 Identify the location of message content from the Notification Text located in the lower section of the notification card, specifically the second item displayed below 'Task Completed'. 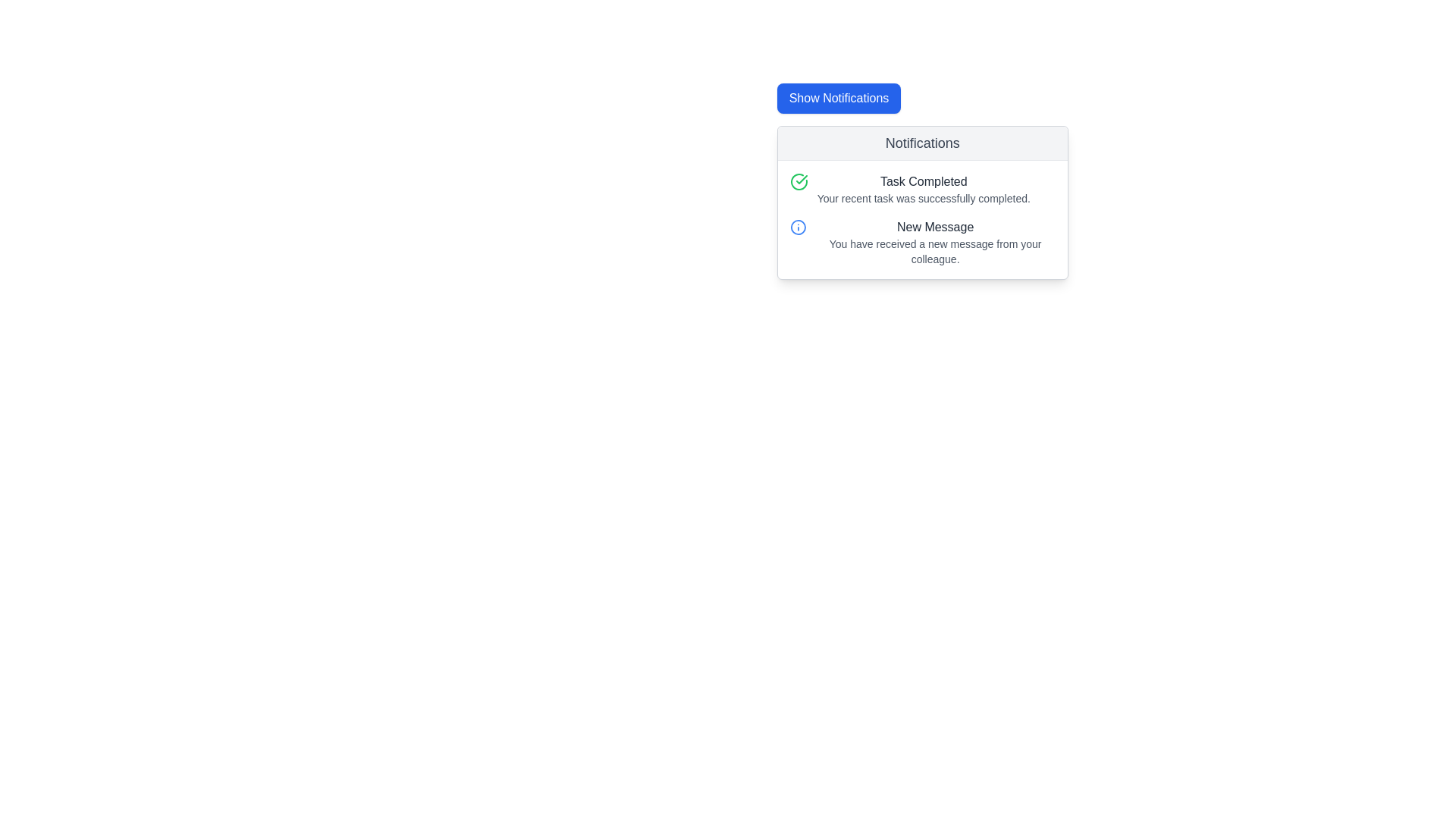
(934, 242).